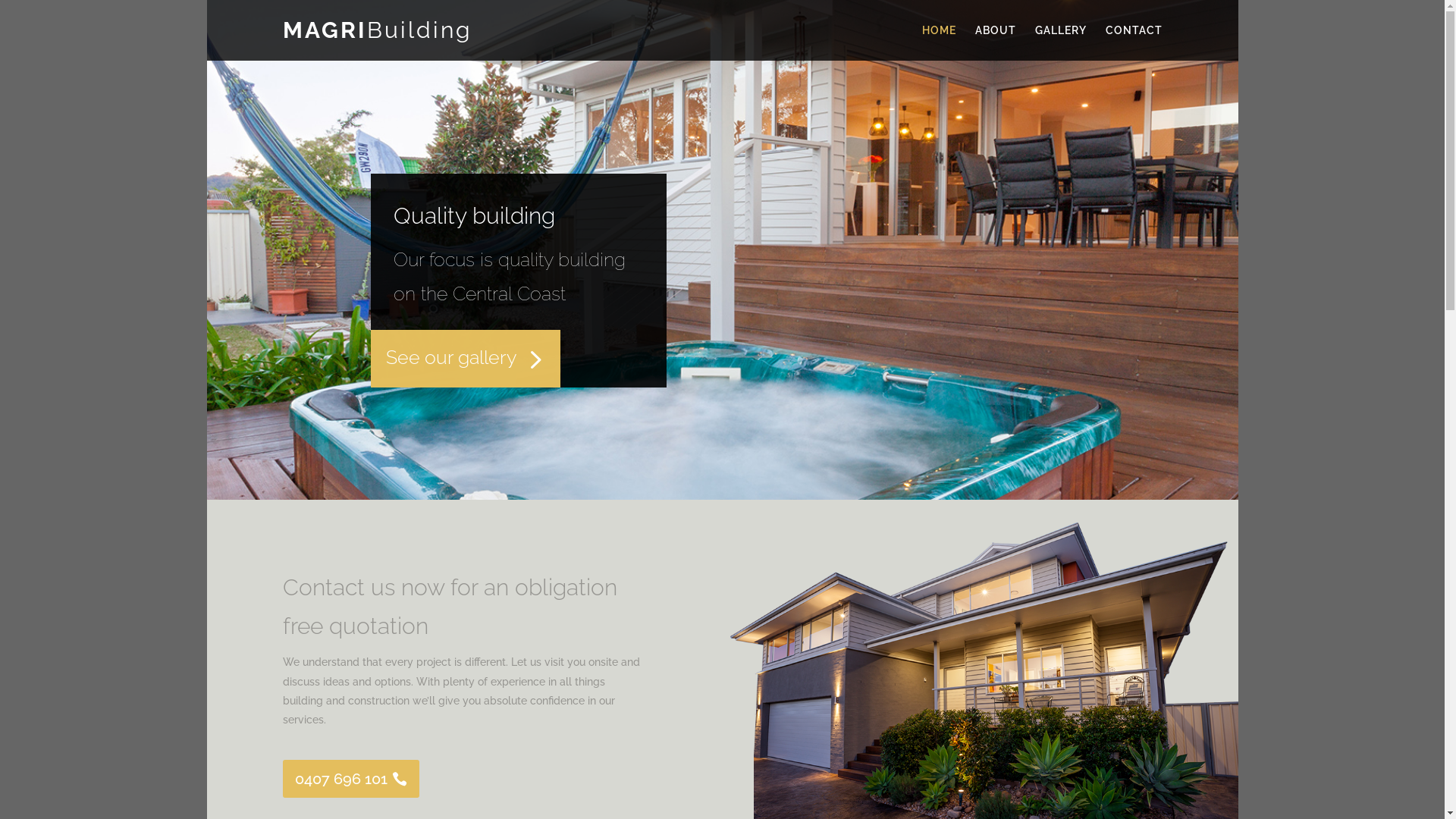 This screenshot has width=1456, height=819. What do you see at coordinates (349, 778) in the screenshot?
I see `'0407 696 101'` at bounding box center [349, 778].